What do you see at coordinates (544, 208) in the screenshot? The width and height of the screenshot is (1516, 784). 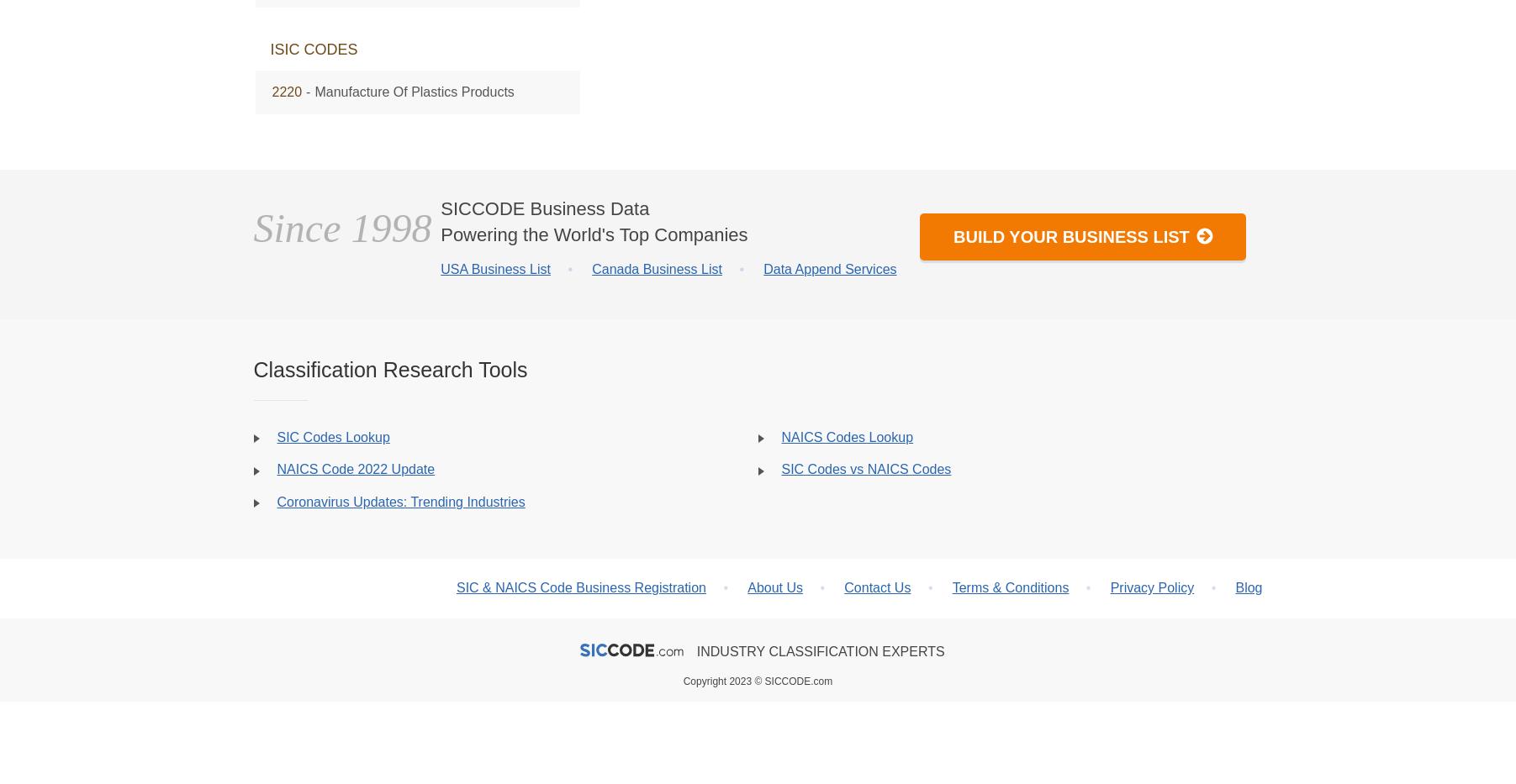 I see `'SICCODE Business Data'` at bounding box center [544, 208].